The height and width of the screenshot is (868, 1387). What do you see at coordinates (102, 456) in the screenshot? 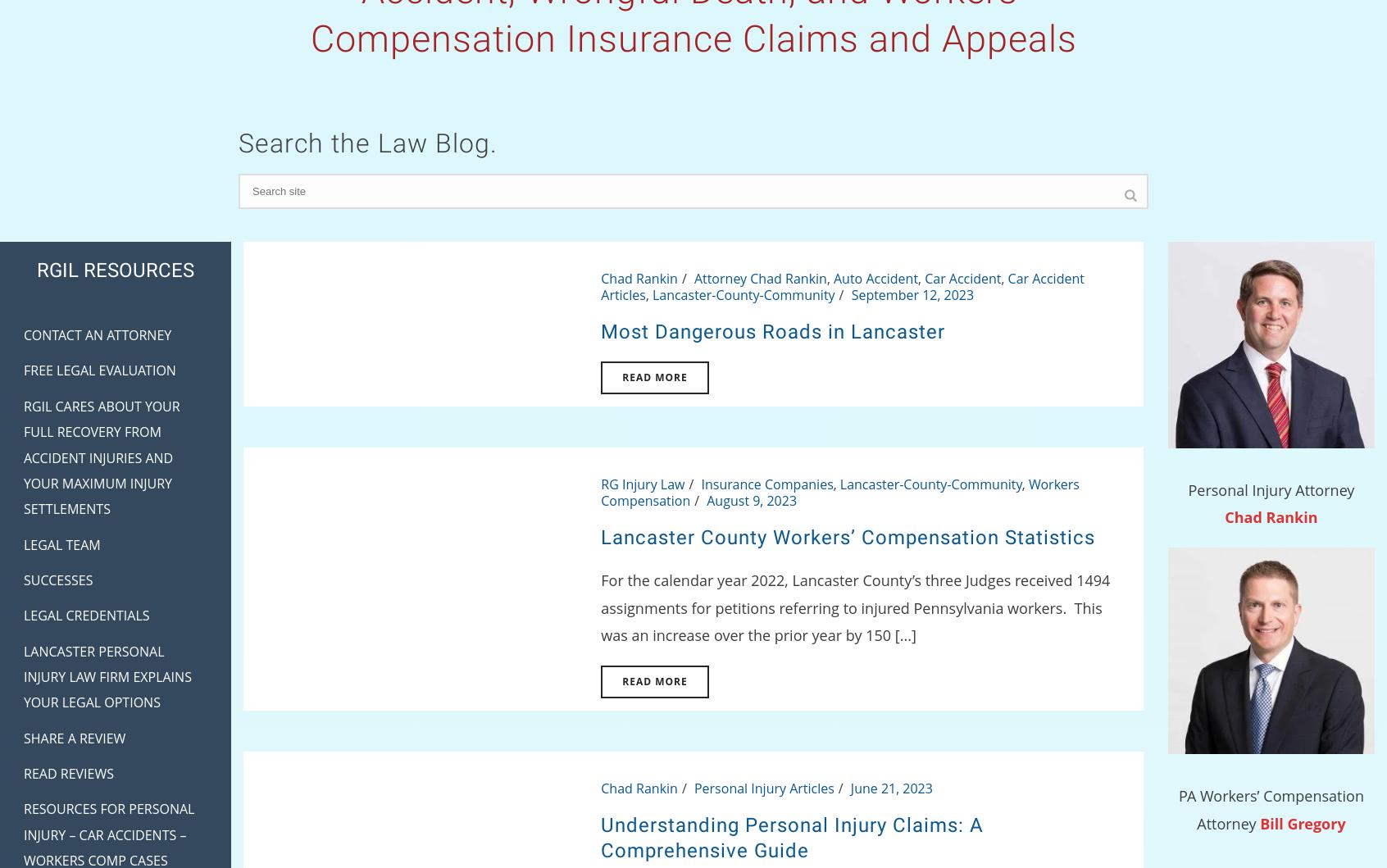
I see `'RGIL CARES About Your Full Recovery from Accident Injuries and Your Maximum Injury Settlements'` at bounding box center [102, 456].